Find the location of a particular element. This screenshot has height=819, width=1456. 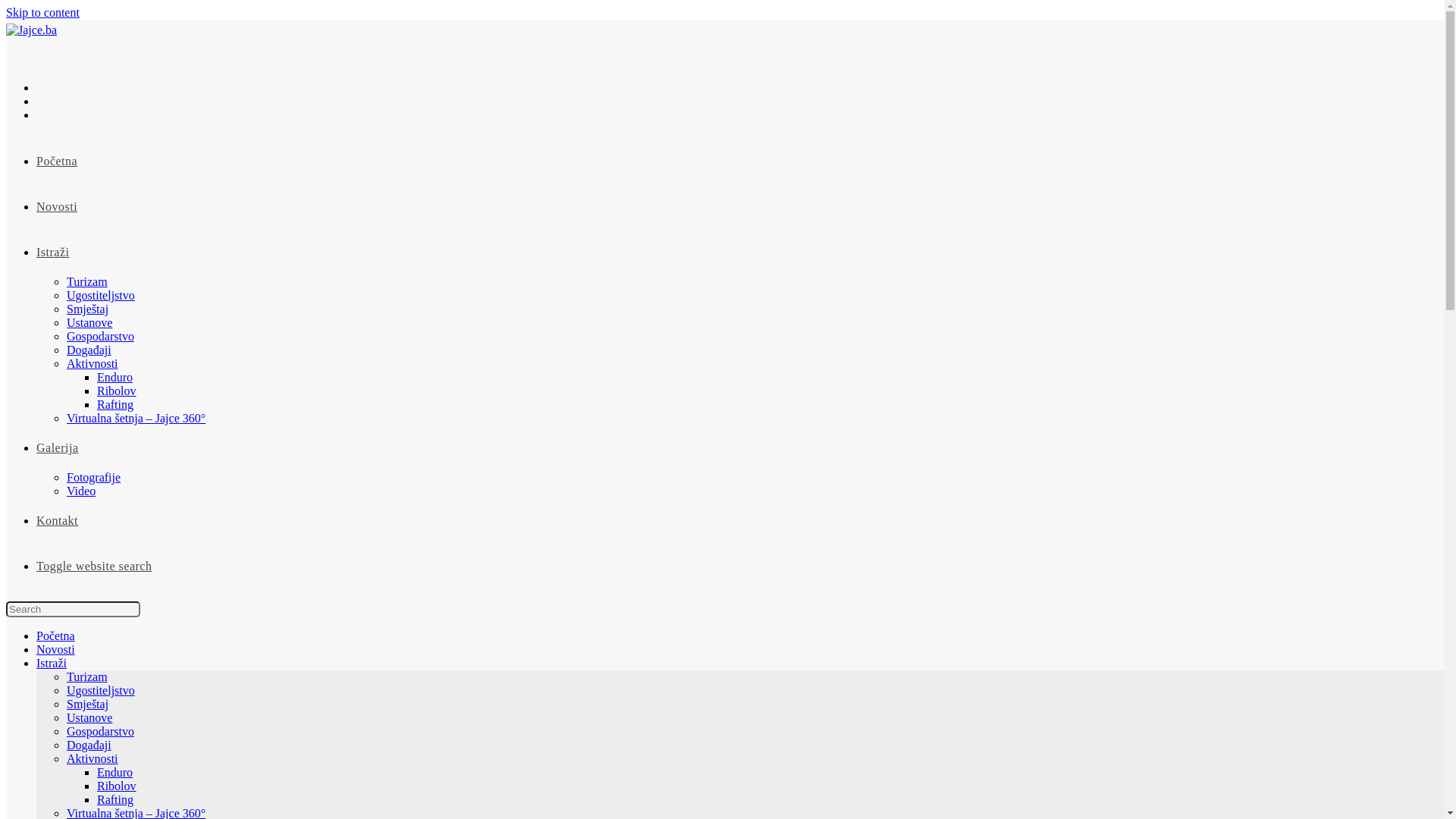

'Novosti' is located at coordinates (57, 206).